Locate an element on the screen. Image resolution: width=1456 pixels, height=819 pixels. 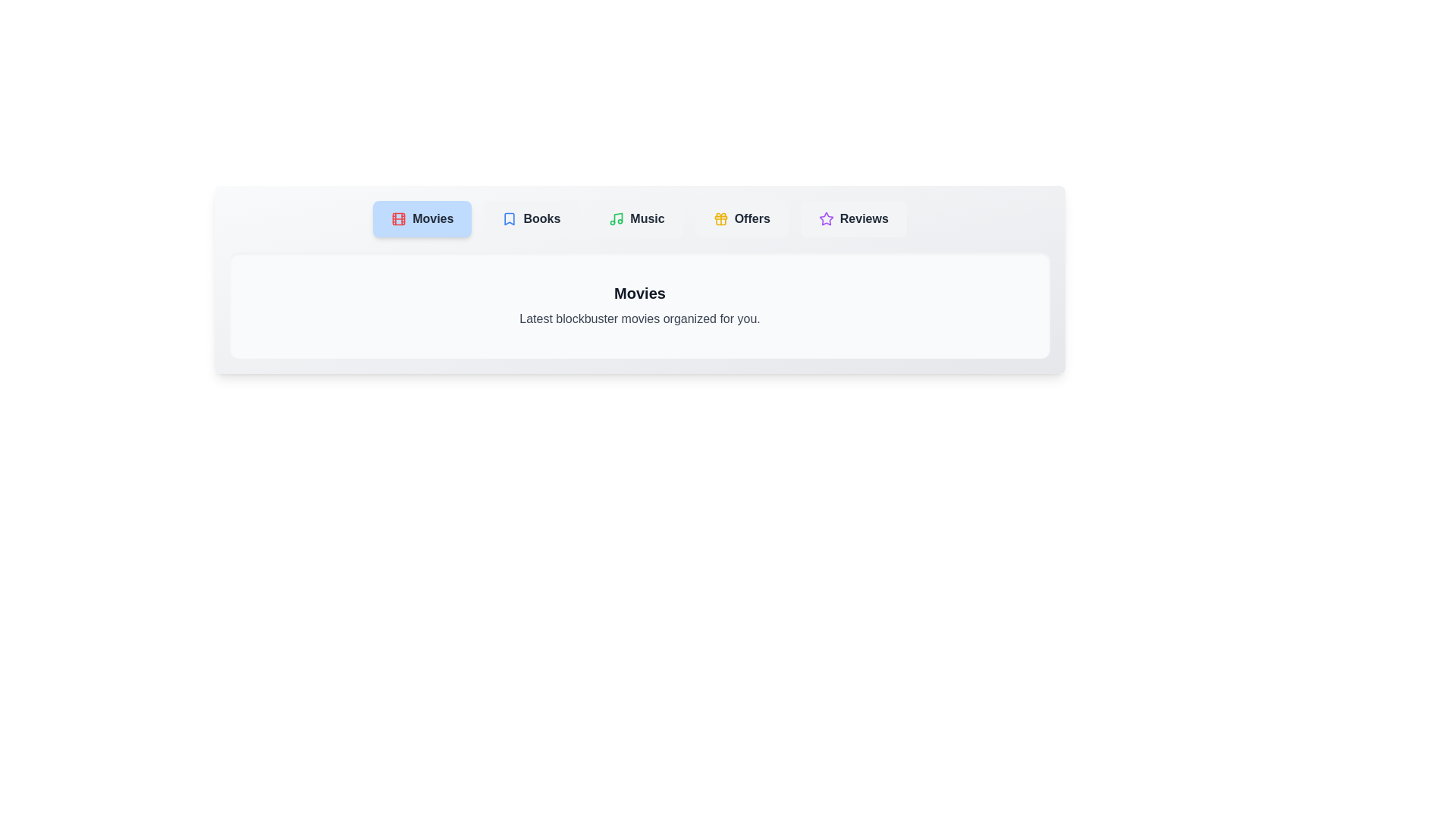
the Offers tab by clicking on its button is located at coordinates (742, 219).